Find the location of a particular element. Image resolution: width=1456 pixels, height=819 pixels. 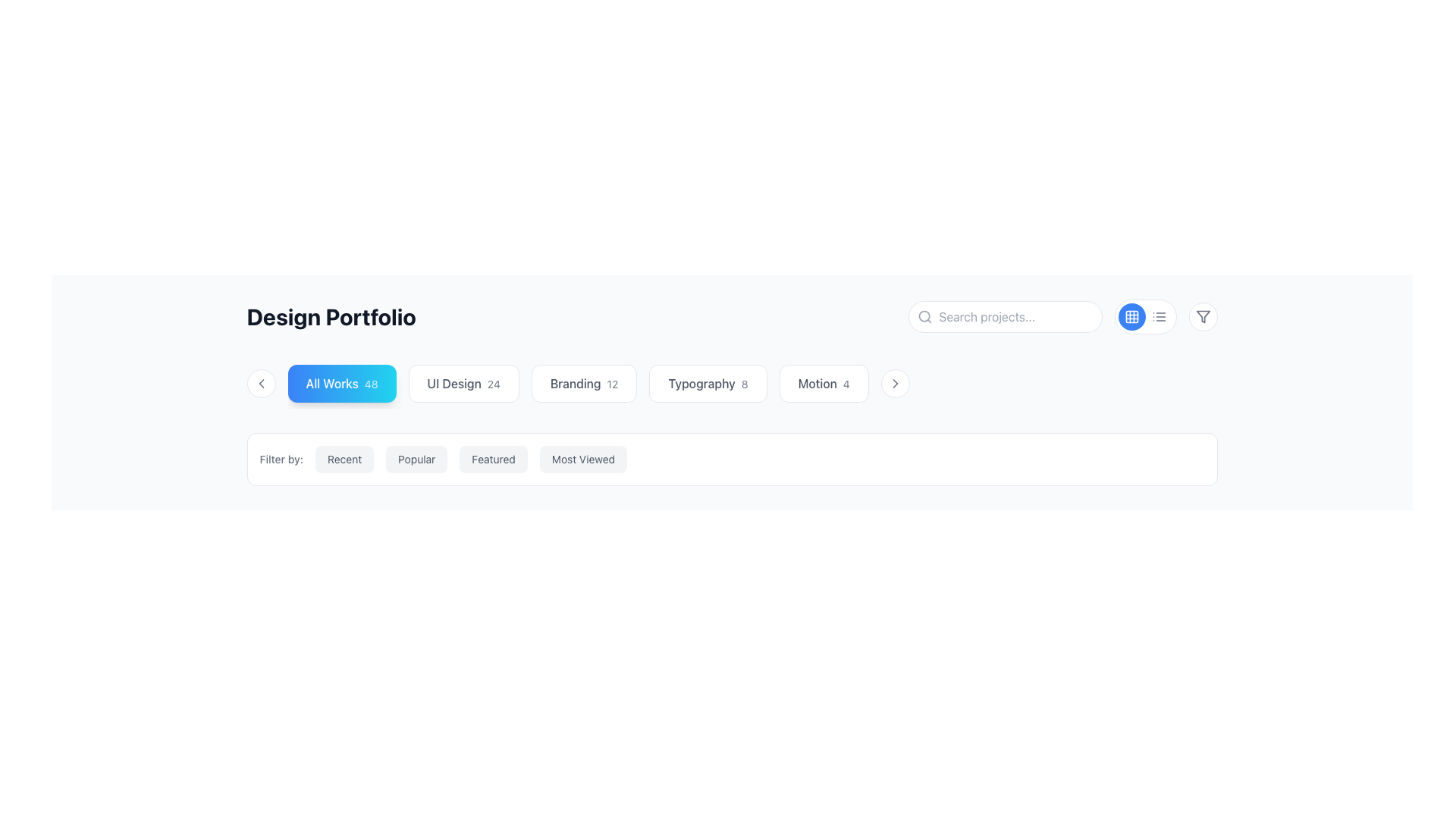

the 'Most Viewed' button, which is the fourth button in the filtering section labeled 'Filter by:' is located at coordinates (582, 458).